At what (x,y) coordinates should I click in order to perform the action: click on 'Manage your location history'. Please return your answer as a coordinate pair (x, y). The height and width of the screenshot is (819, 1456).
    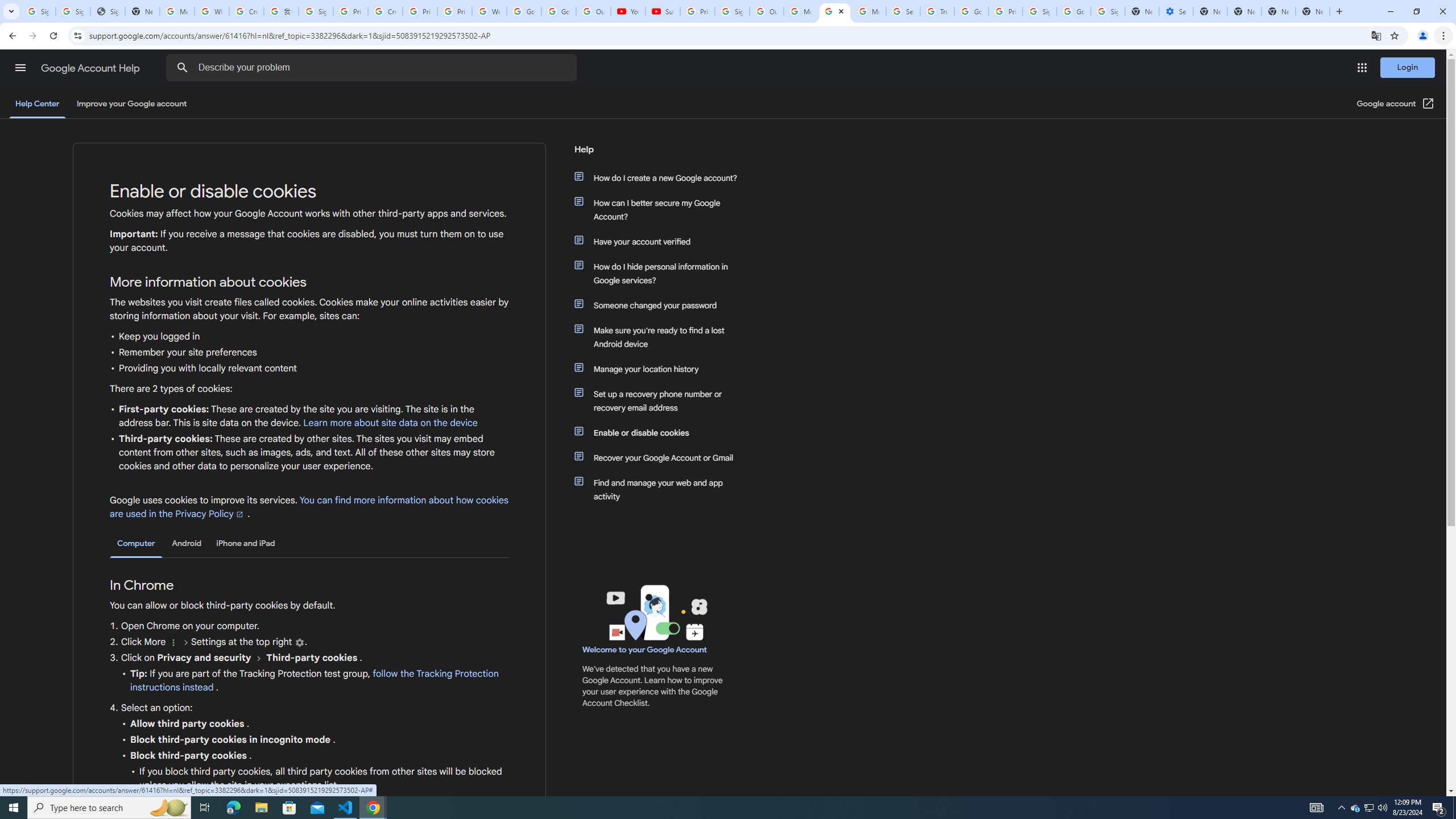
    Looking at the image, I should click on (661, 368).